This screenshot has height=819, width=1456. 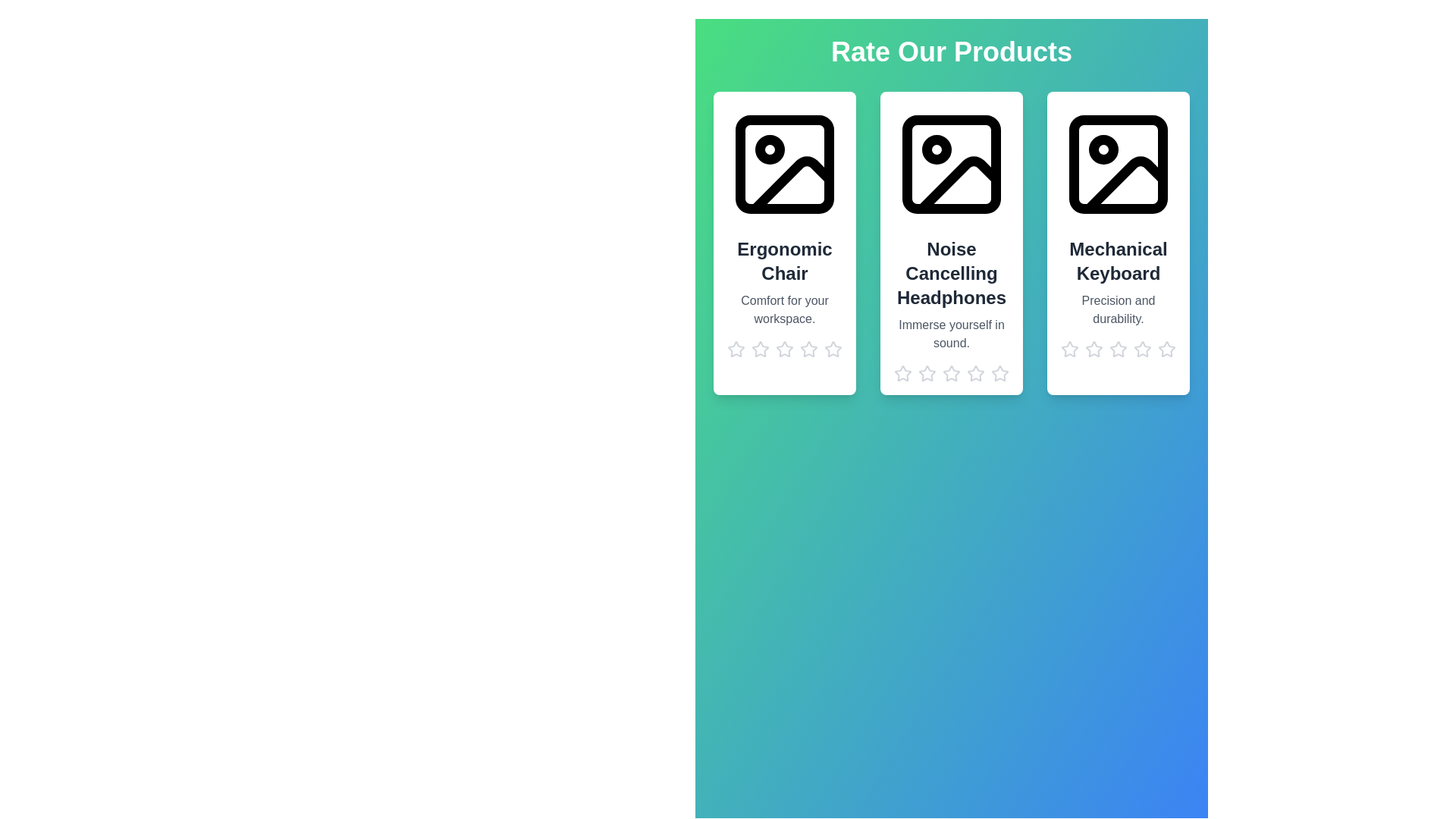 I want to click on the title of the product Noise Cancelling Headphones, so click(x=950, y=274).